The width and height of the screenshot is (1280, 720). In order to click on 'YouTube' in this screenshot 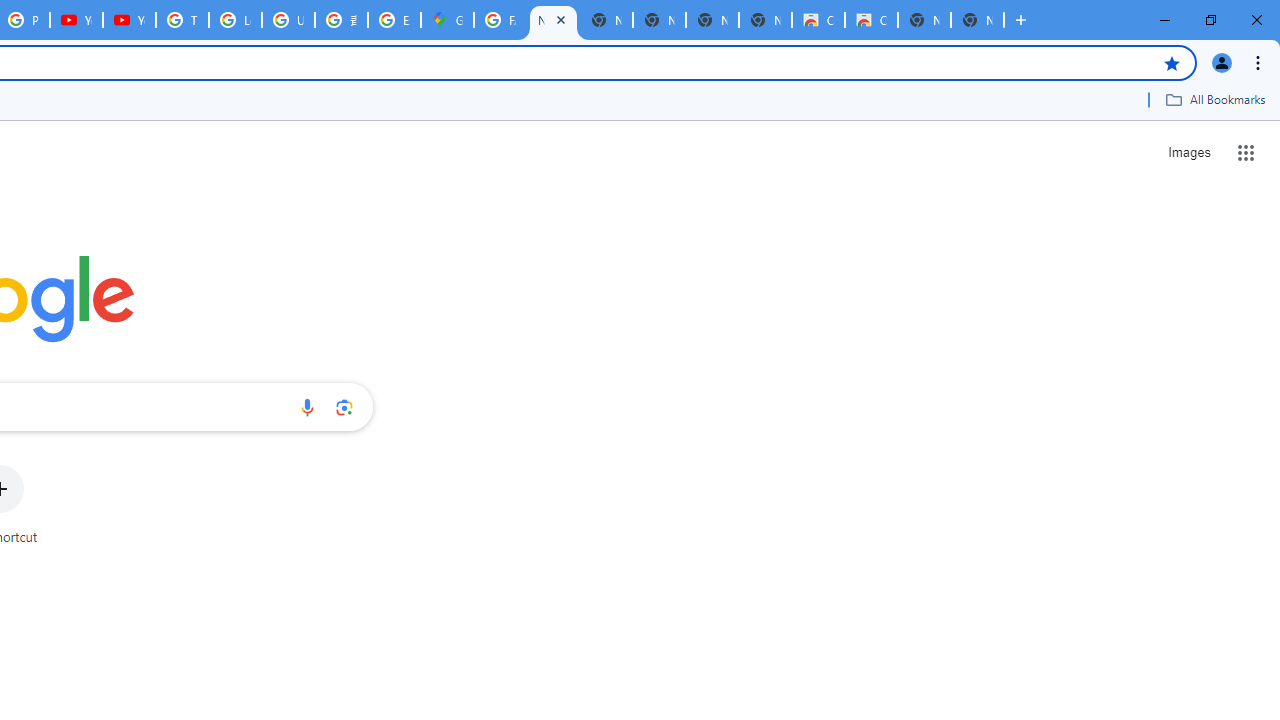, I will do `click(76, 20)`.